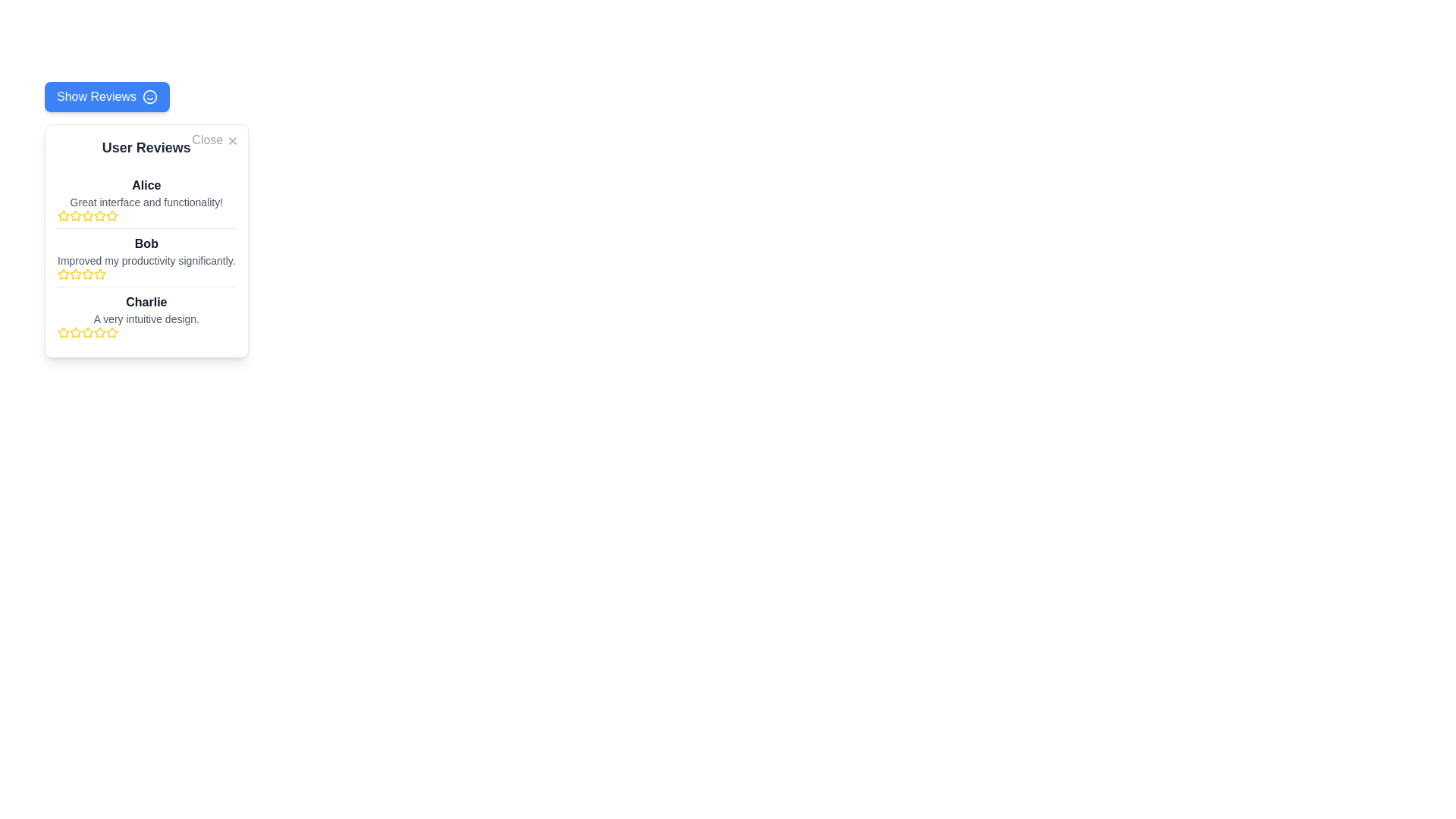  What do you see at coordinates (62, 274) in the screenshot?
I see `the second star icon filled with golden yellow` at bounding box center [62, 274].